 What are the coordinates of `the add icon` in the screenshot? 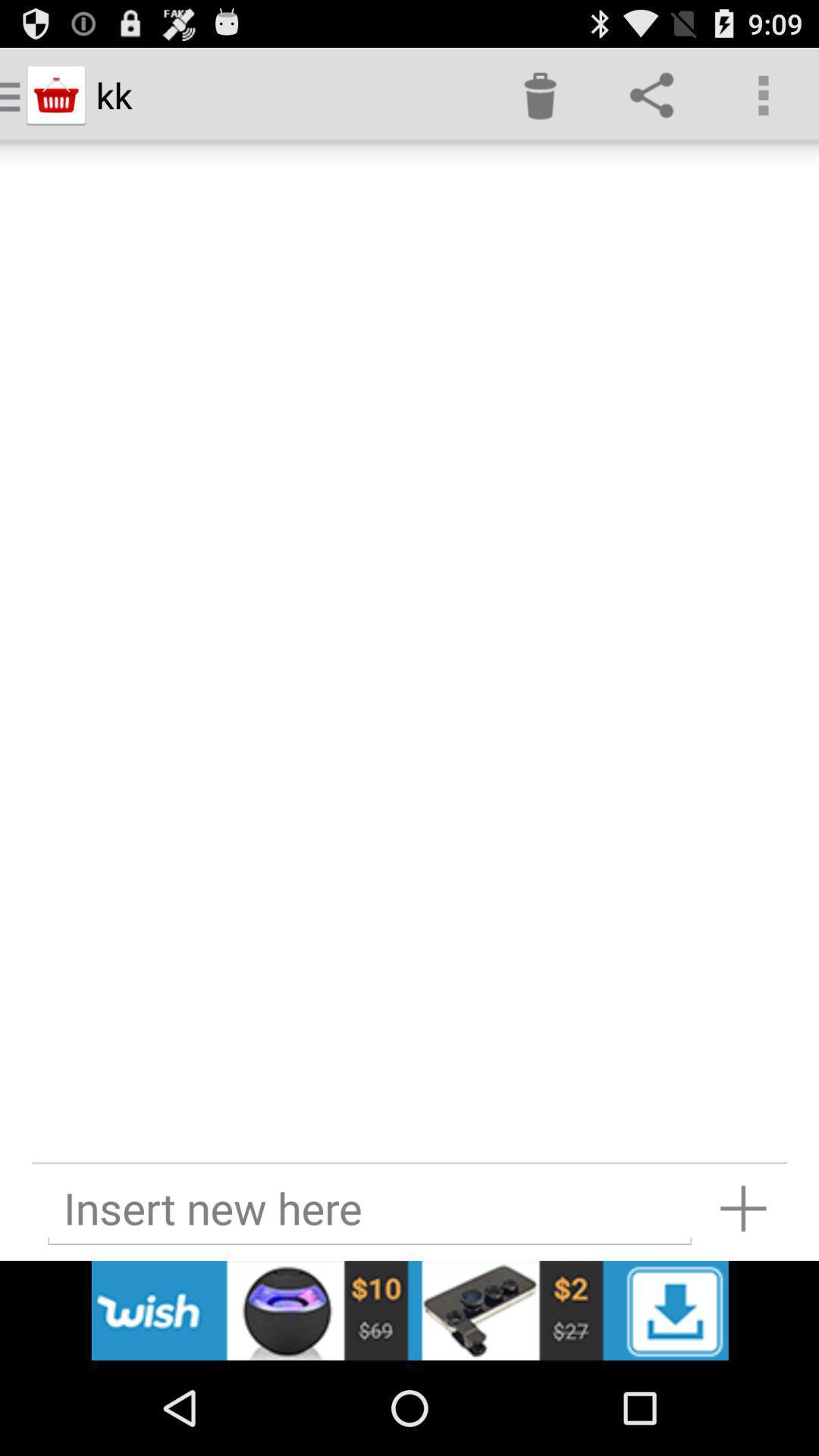 It's located at (742, 1292).